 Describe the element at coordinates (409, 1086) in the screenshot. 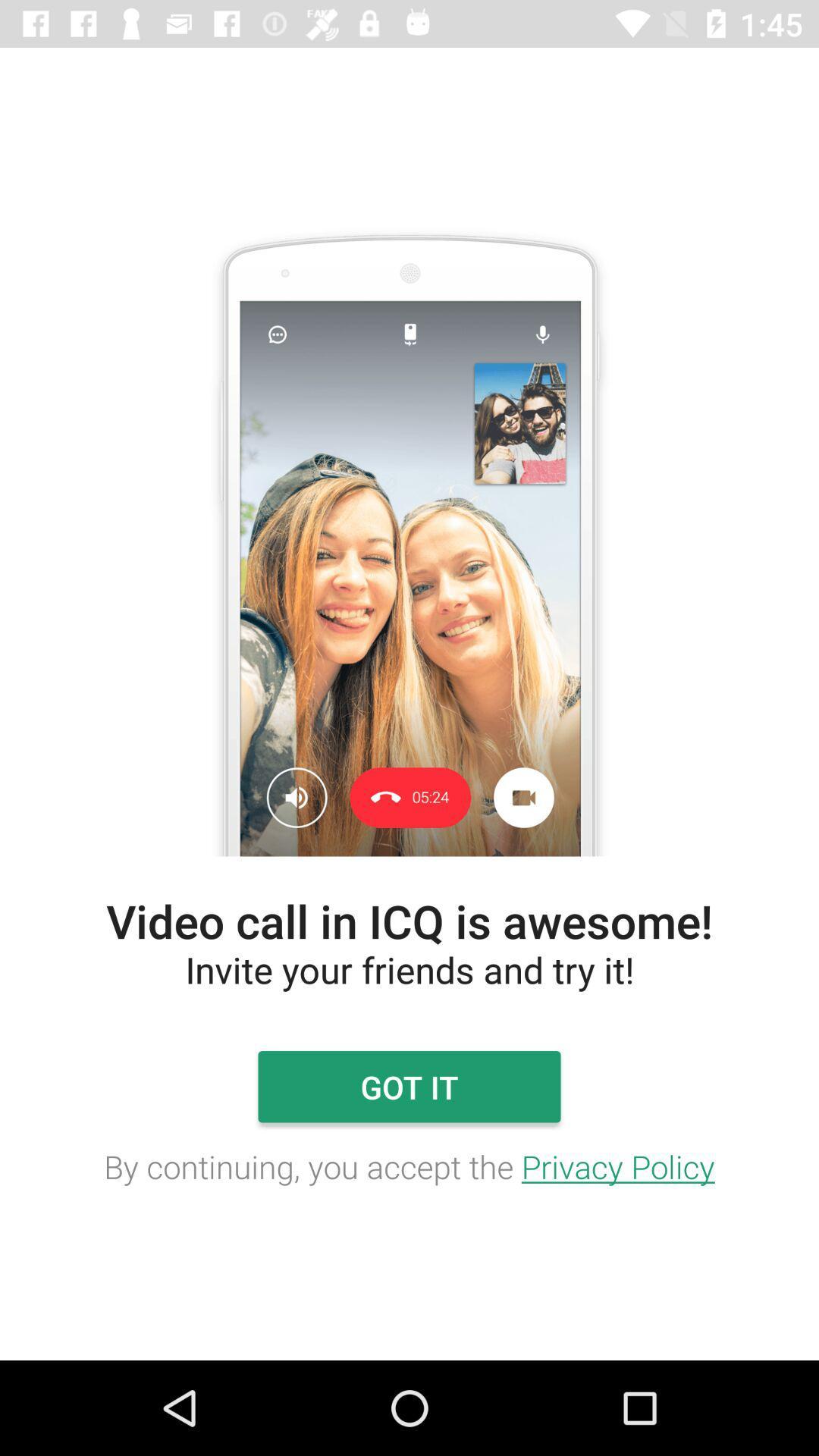

I see `the icon above by continuing you icon` at that location.